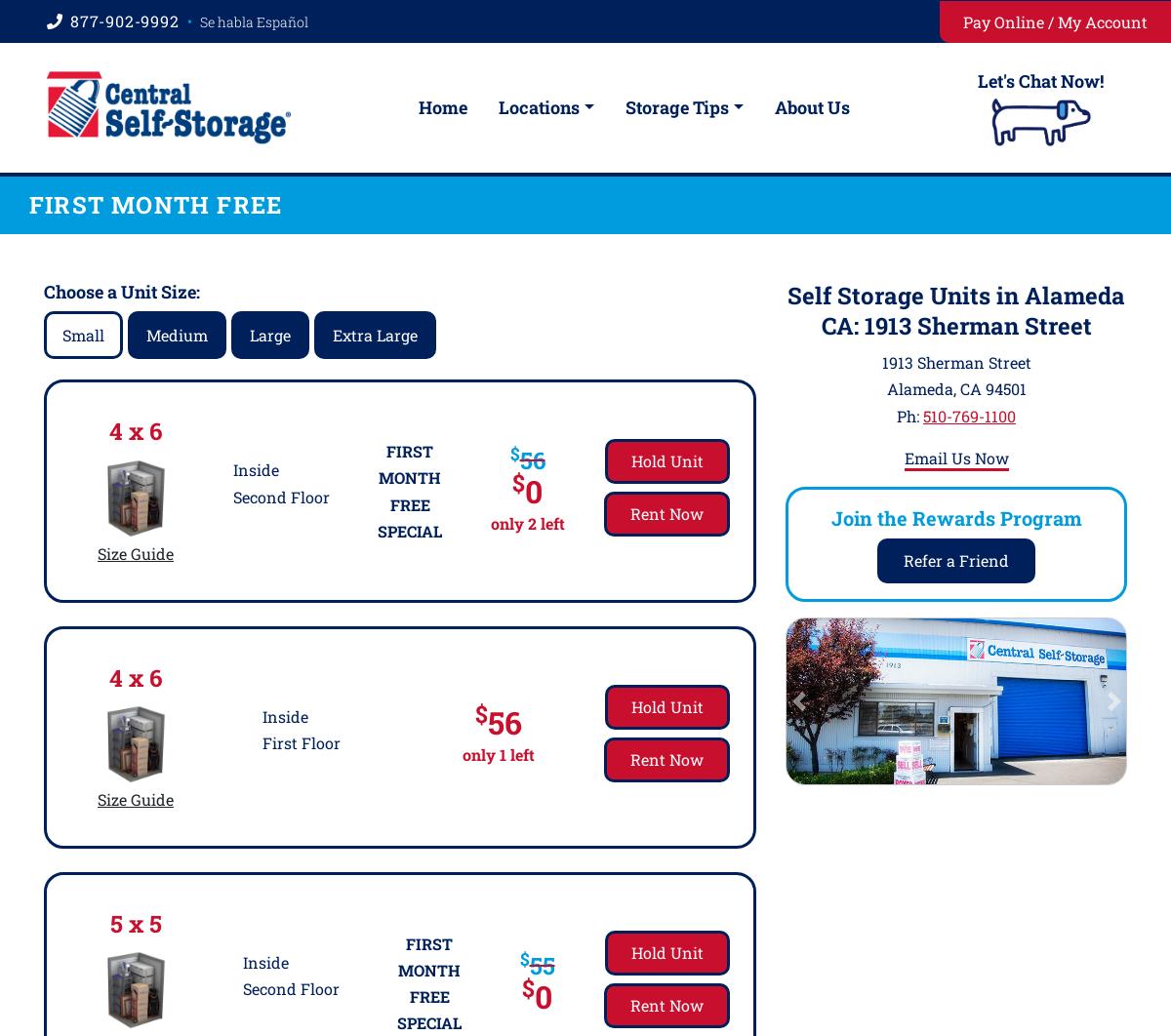  What do you see at coordinates (896, 414) in the screenshot?
I see `'Ph:'` at bounding box center [896, 414].